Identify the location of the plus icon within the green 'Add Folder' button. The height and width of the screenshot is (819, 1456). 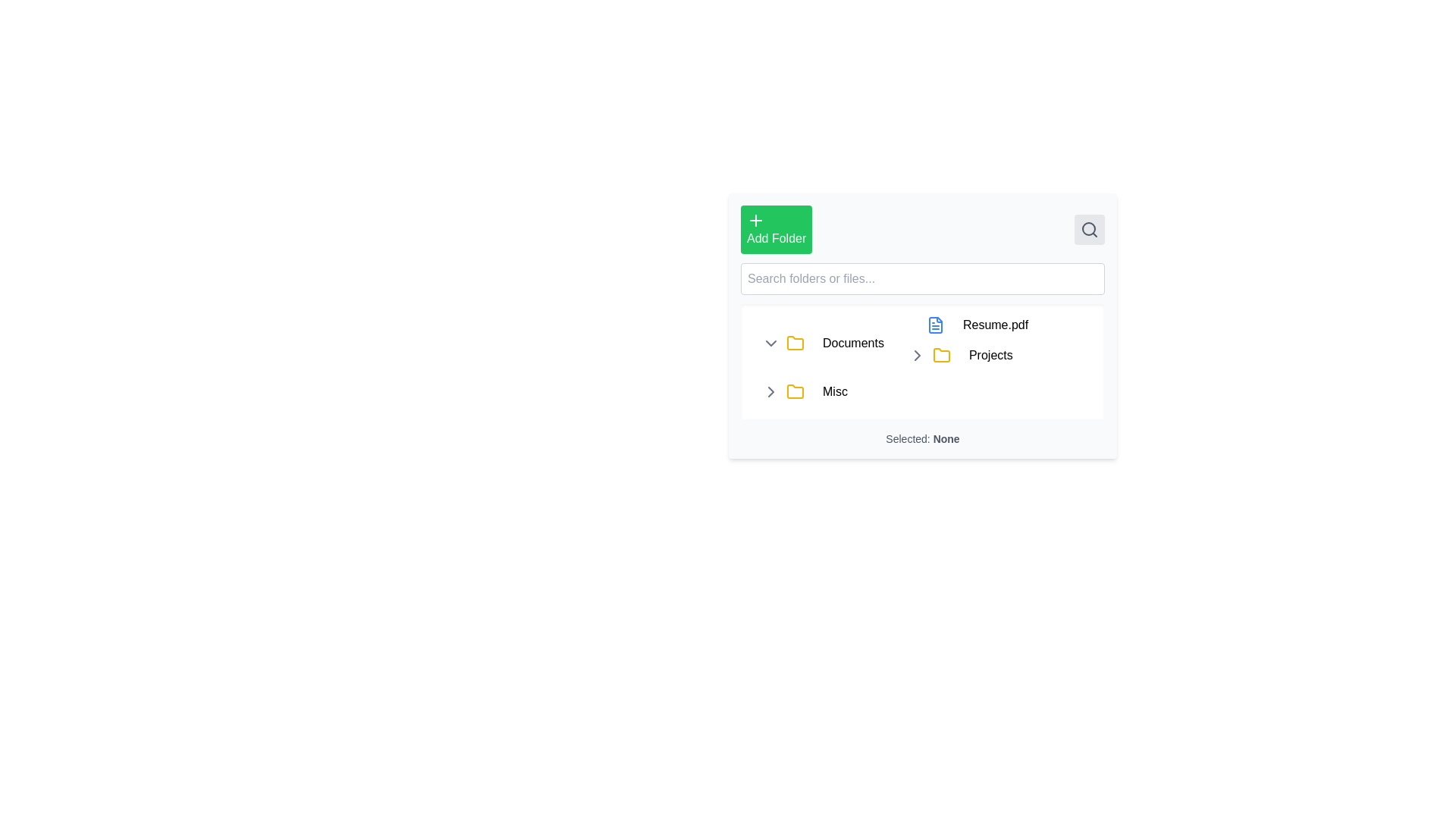
(756, 220).